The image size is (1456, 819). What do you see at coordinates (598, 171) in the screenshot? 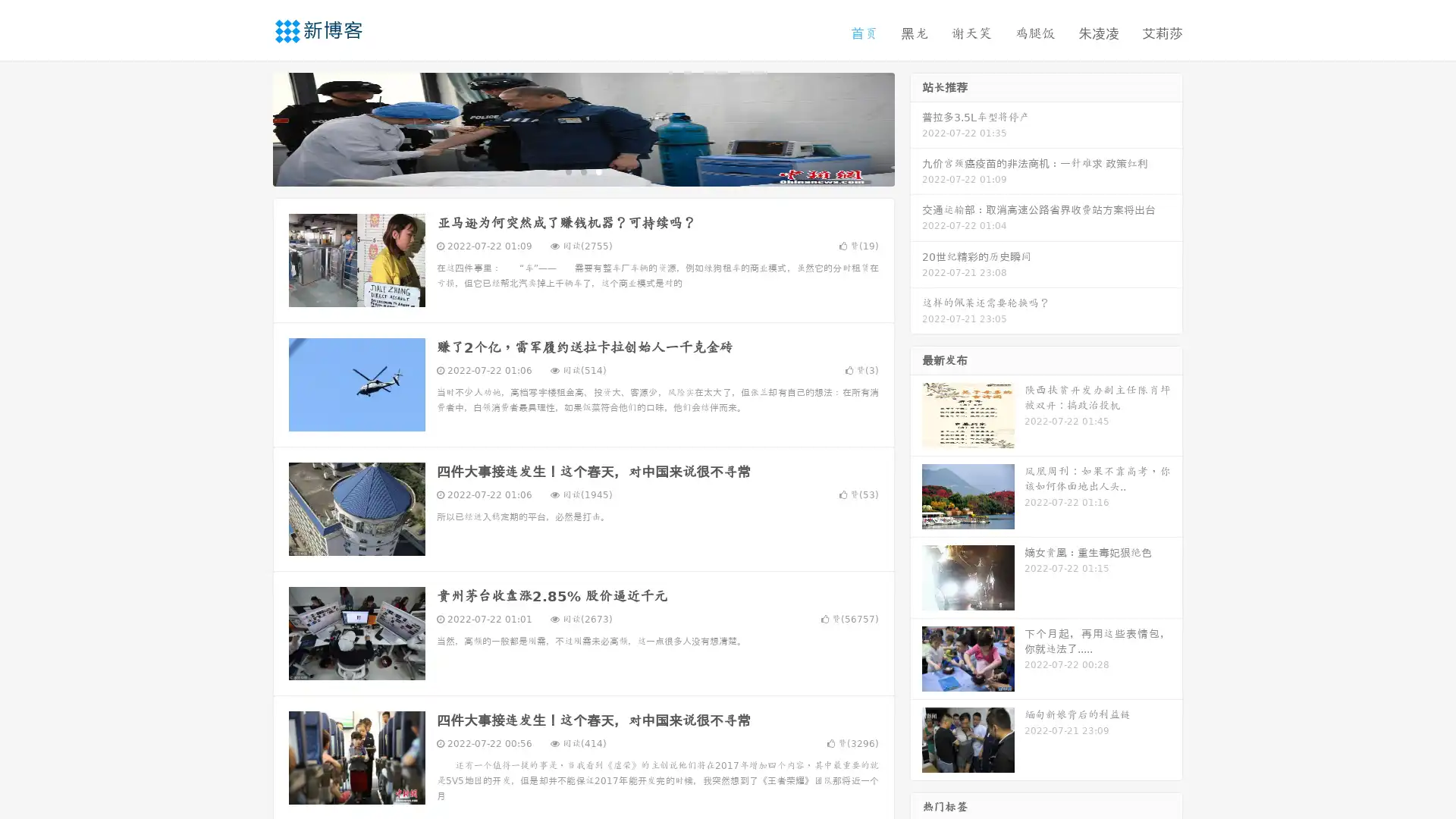
I see `Go to slide 3` at bounding box center [598, 171].